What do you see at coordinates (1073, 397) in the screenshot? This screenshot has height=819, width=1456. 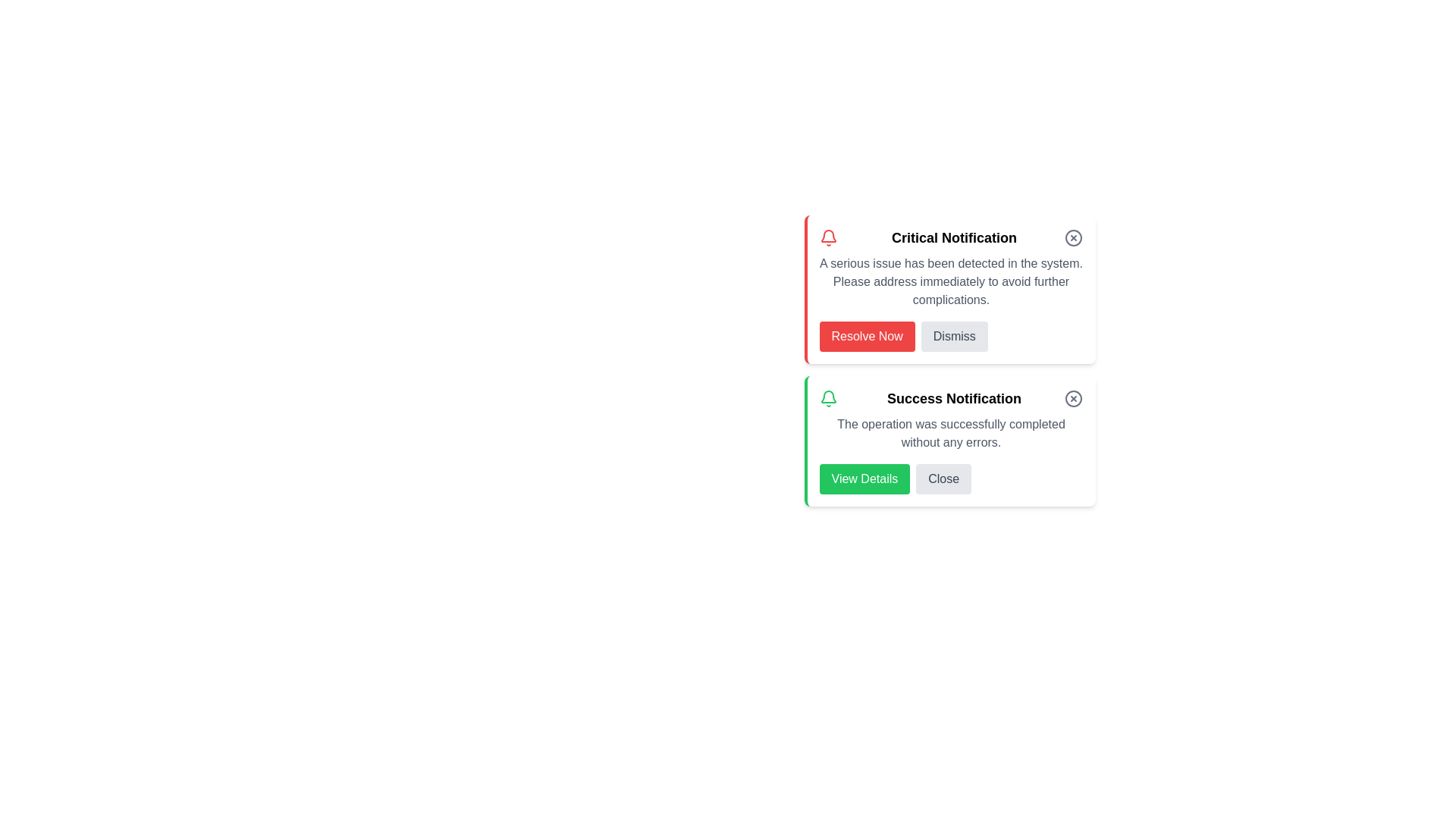 I see `the decorative circular outline that serves as a visual decoration for the 'Close' icon in the top-right corner of the 'Success Notification' card` at bounding box center [1073, 397].